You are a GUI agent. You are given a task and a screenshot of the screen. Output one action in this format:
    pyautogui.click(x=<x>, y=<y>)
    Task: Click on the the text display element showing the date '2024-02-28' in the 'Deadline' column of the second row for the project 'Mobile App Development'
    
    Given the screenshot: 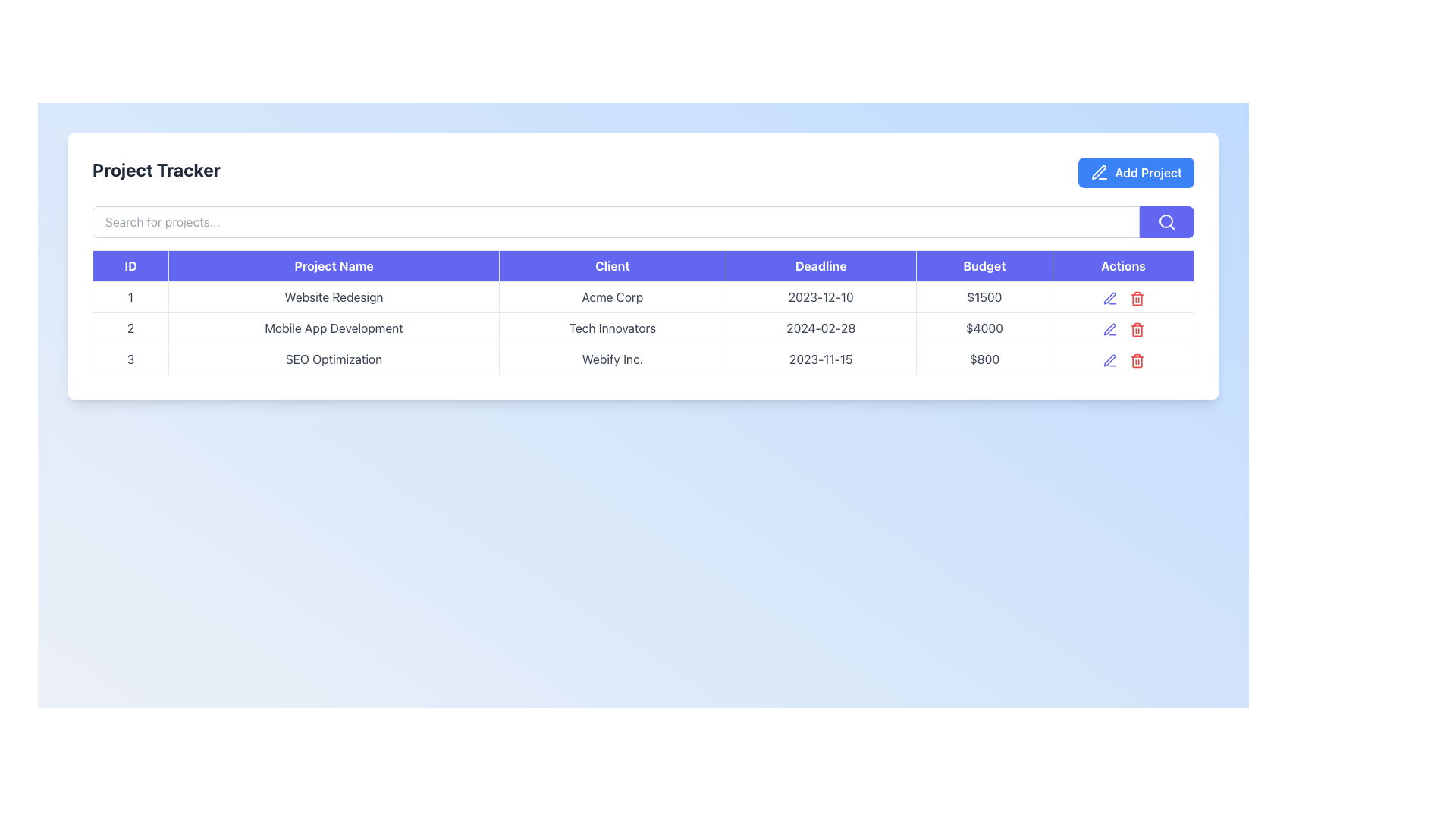 What is the action you would take?
    pyautogui.click(x=820, y=327)
    